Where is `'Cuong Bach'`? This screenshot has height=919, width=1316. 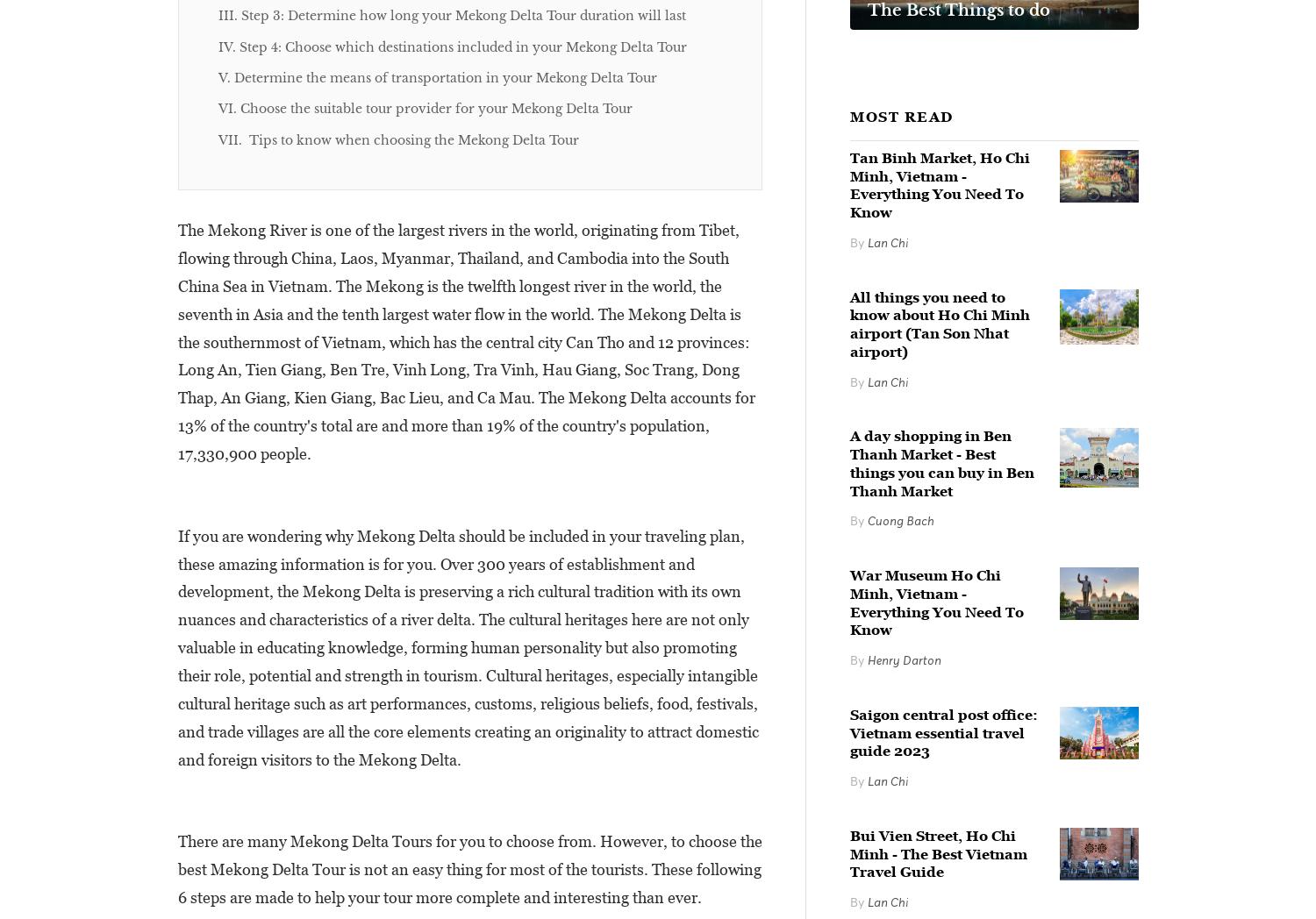
'Cuong Bach' is located at coordinates (901, 520).